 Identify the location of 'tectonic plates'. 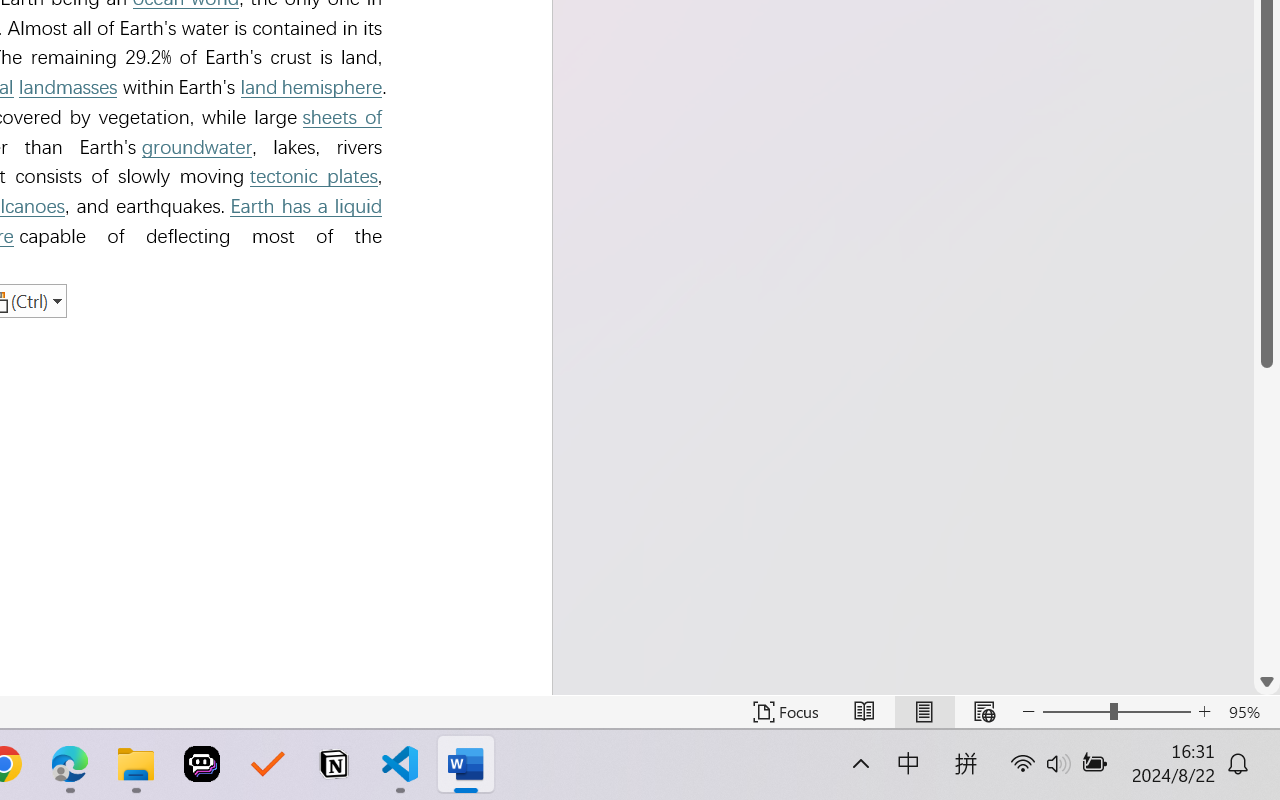
(312, 175).